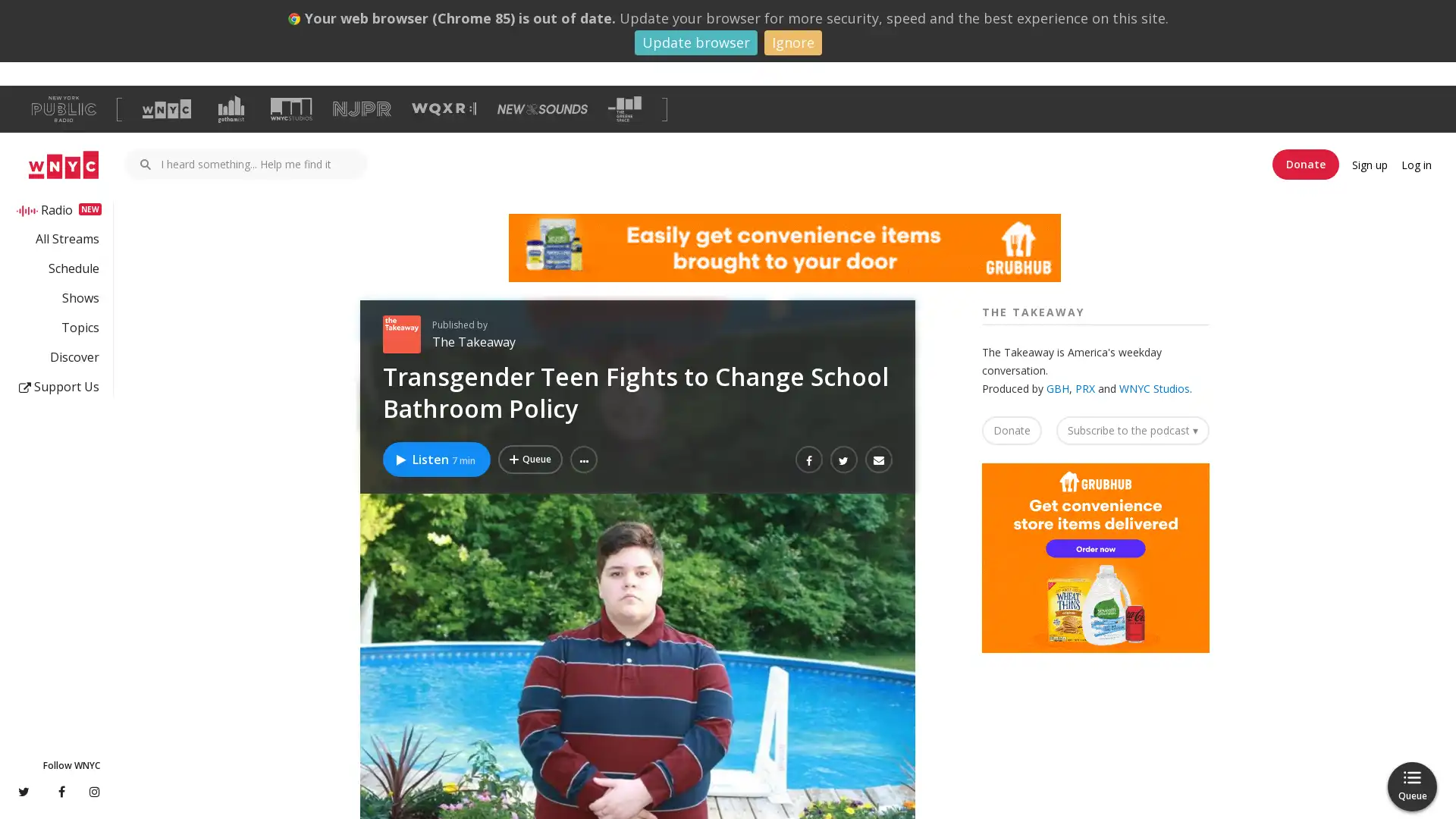 The height and width of the screenshot is (819, 1456). I want to click on Ignore, so click(792, 42).